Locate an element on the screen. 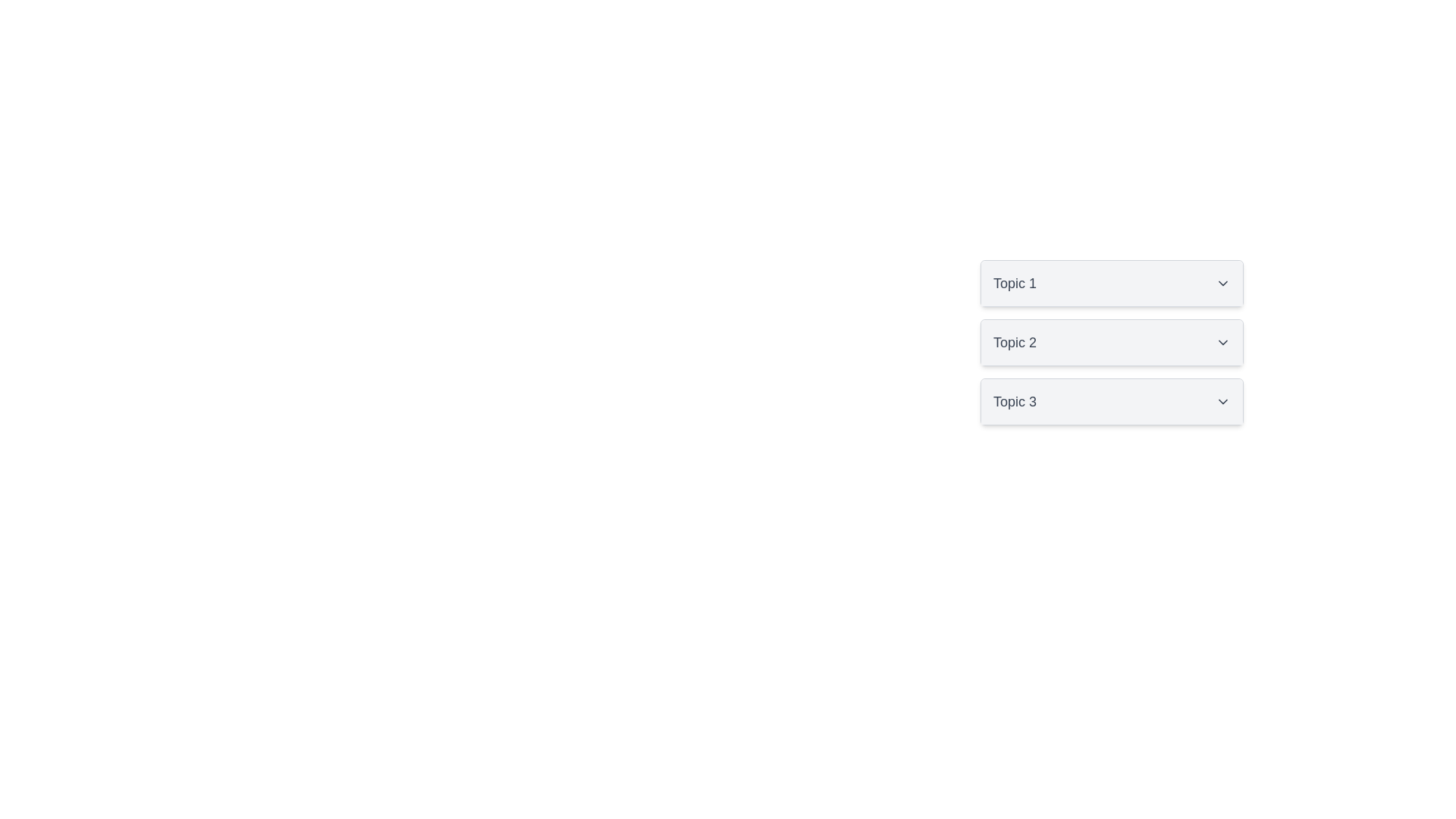 This screenshot has height=819, width=1456. the 'Topic 2' button with a light gray background is located at coordinates (1112, 342).